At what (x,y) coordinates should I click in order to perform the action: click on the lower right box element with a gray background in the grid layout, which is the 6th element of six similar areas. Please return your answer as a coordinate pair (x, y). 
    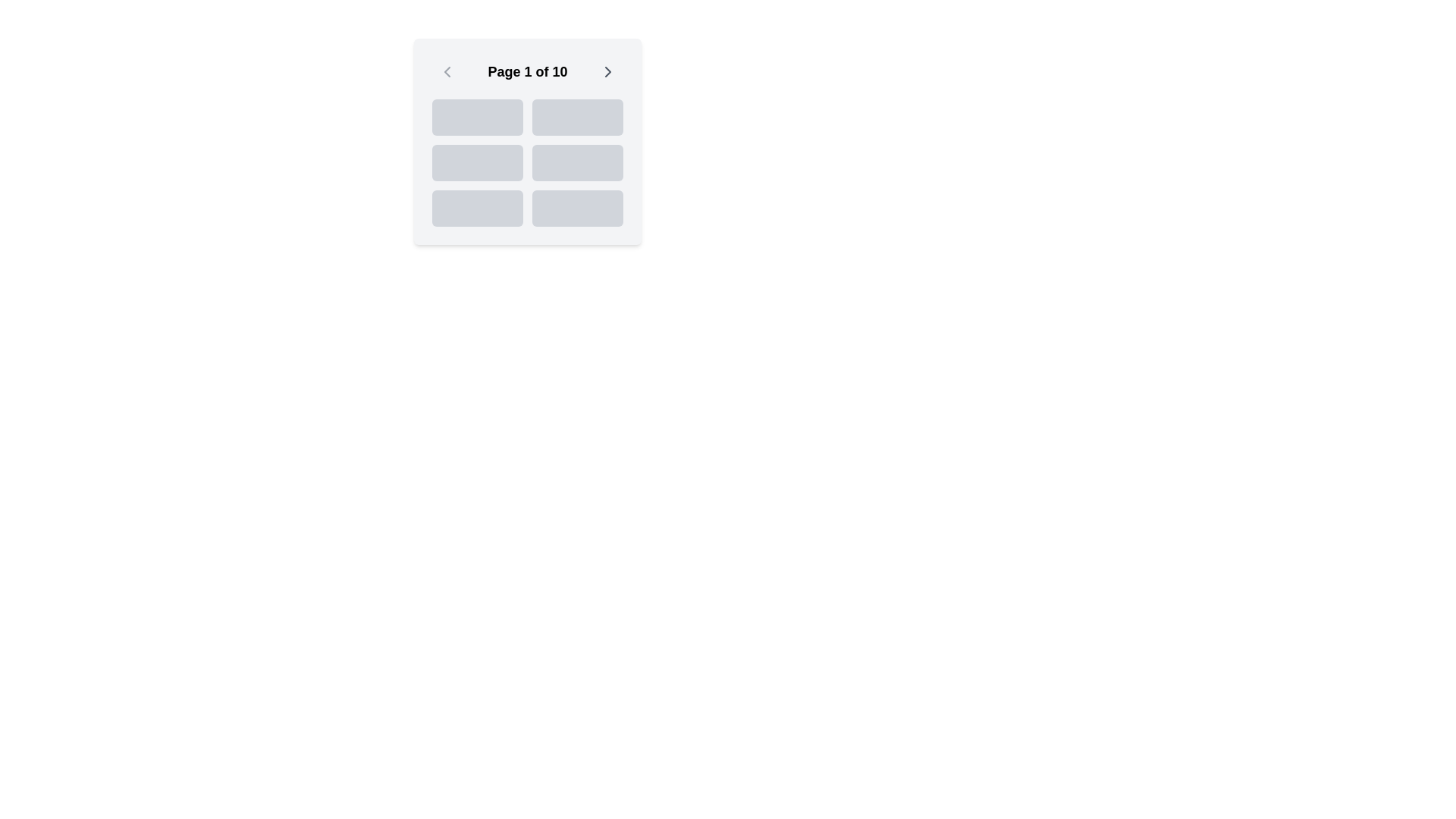
    Looking at the image, I should click on (577, 208).